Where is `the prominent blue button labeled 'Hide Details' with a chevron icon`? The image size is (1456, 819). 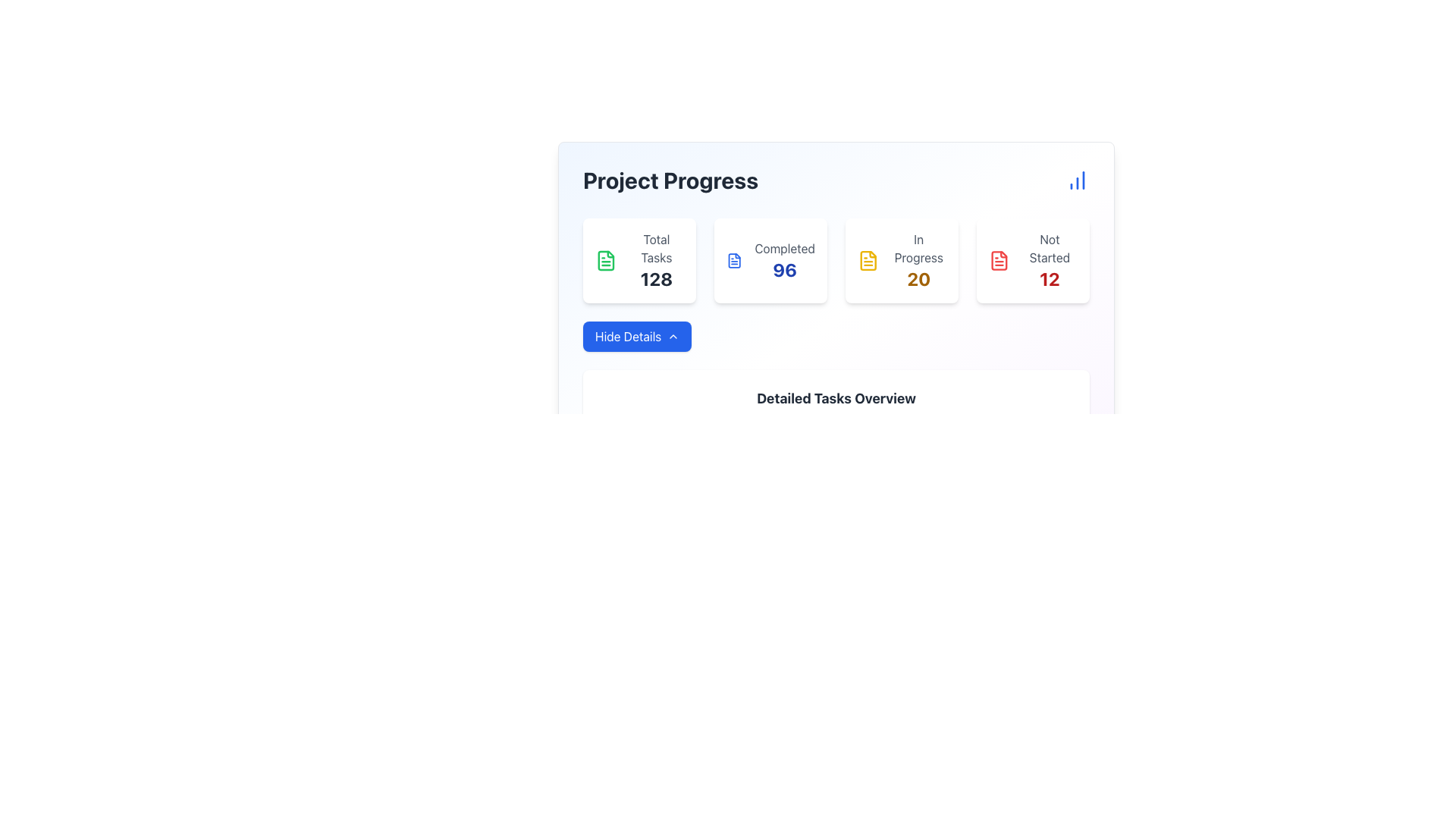 the prominent blue button labeled 'Hide Details' with a chevron icon is located at coordinates (637, 335).